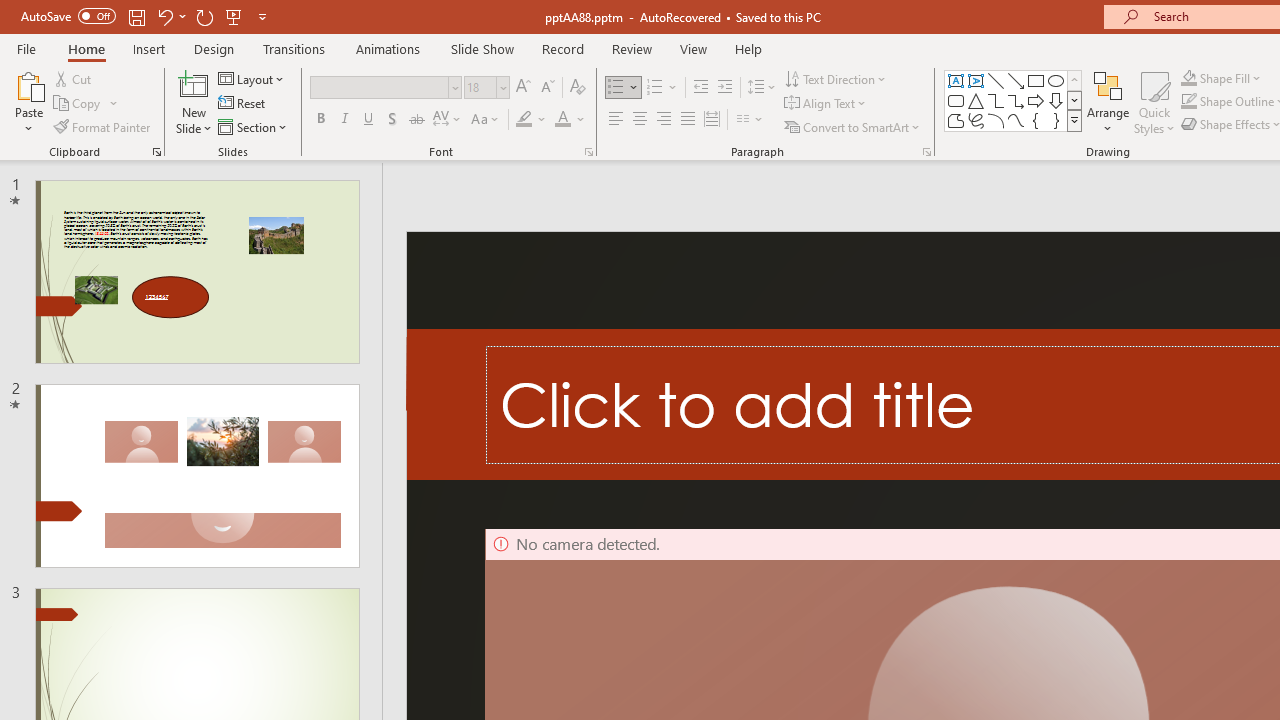 The height and width of the screenshot is (720, 1280). I want to click on 'Bullets', so click(615, 86).